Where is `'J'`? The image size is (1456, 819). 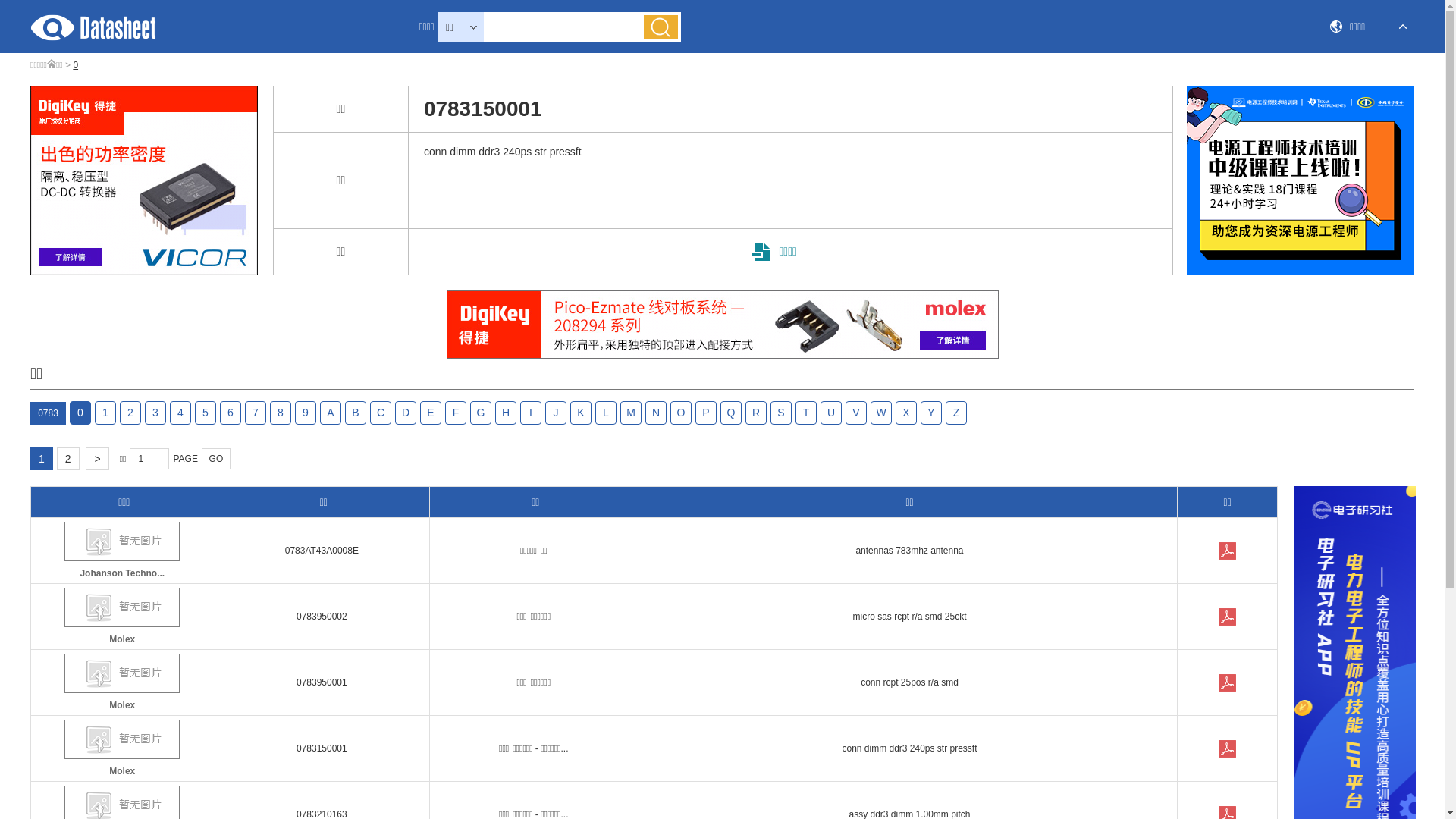 'J' is located at coordinates (555, 413).